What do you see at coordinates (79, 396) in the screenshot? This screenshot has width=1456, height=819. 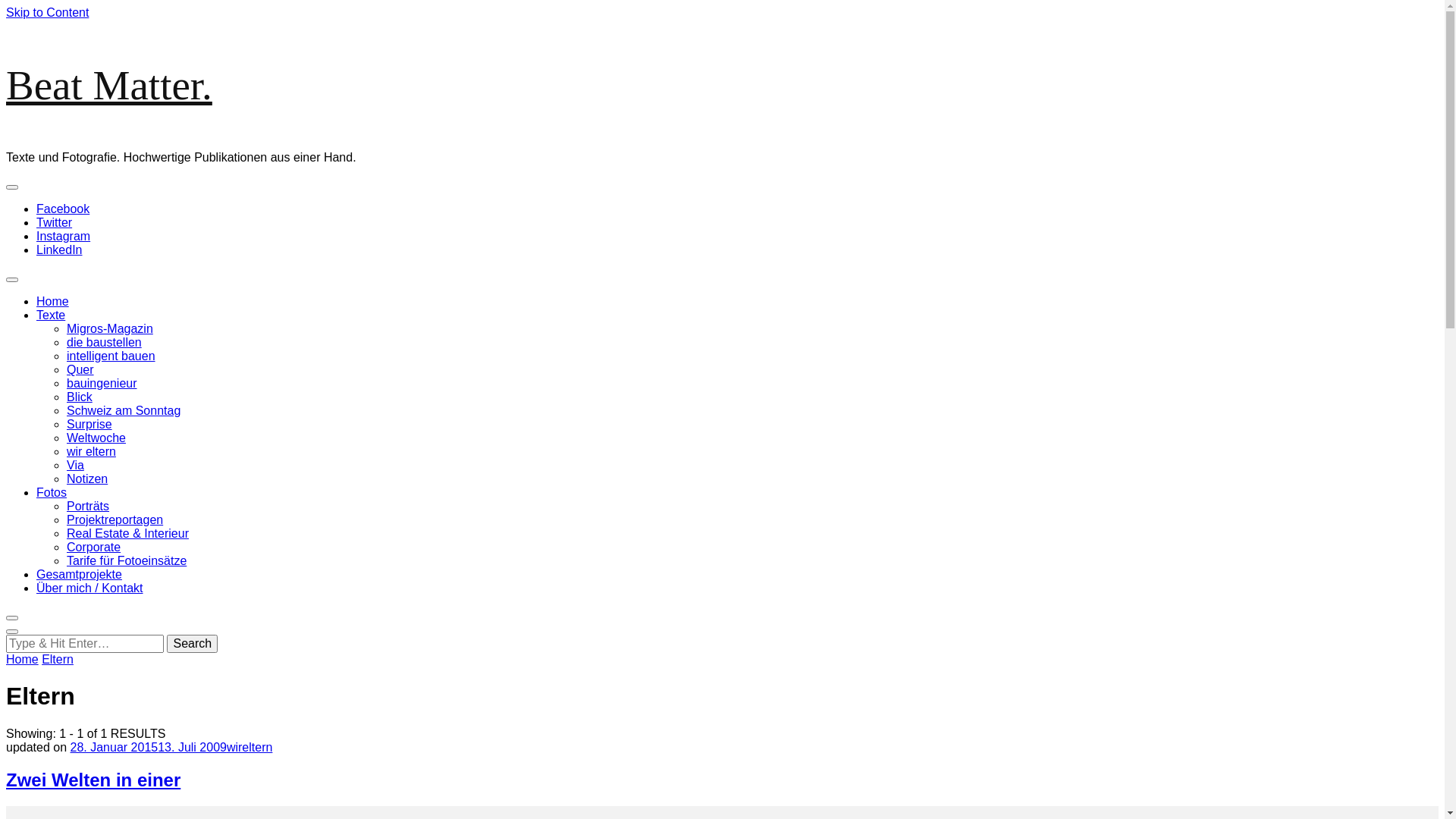 I see `'Blick'` at bounding box center [79, 396].